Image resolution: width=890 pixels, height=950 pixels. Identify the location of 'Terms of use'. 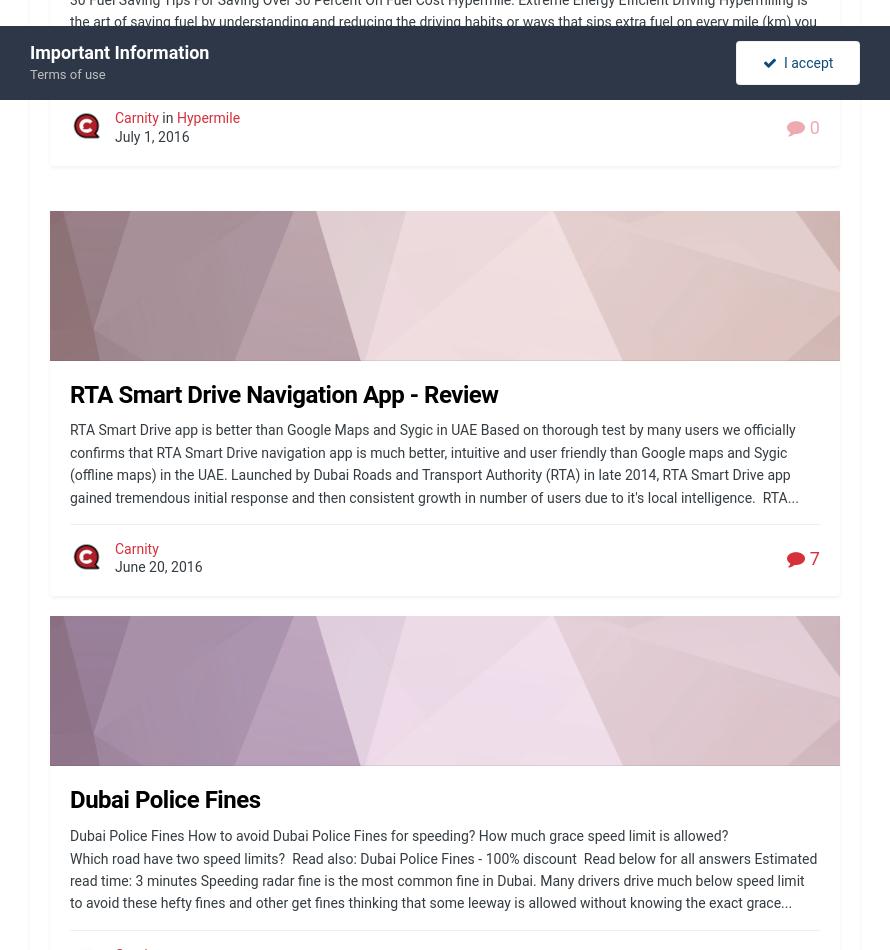
(29, 74).